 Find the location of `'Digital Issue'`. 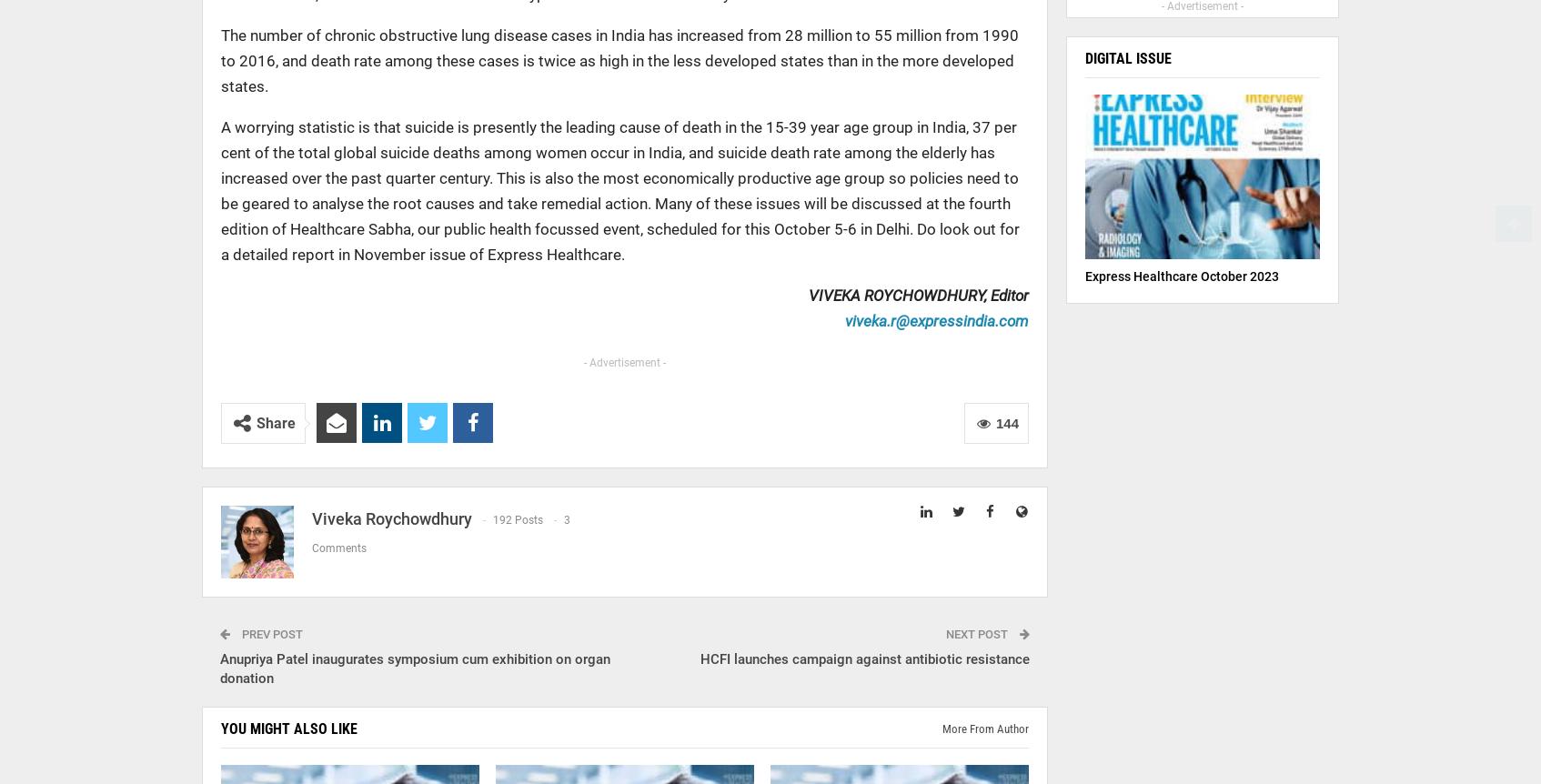

'Digital Issue' is located at coordinates (1126, 58).